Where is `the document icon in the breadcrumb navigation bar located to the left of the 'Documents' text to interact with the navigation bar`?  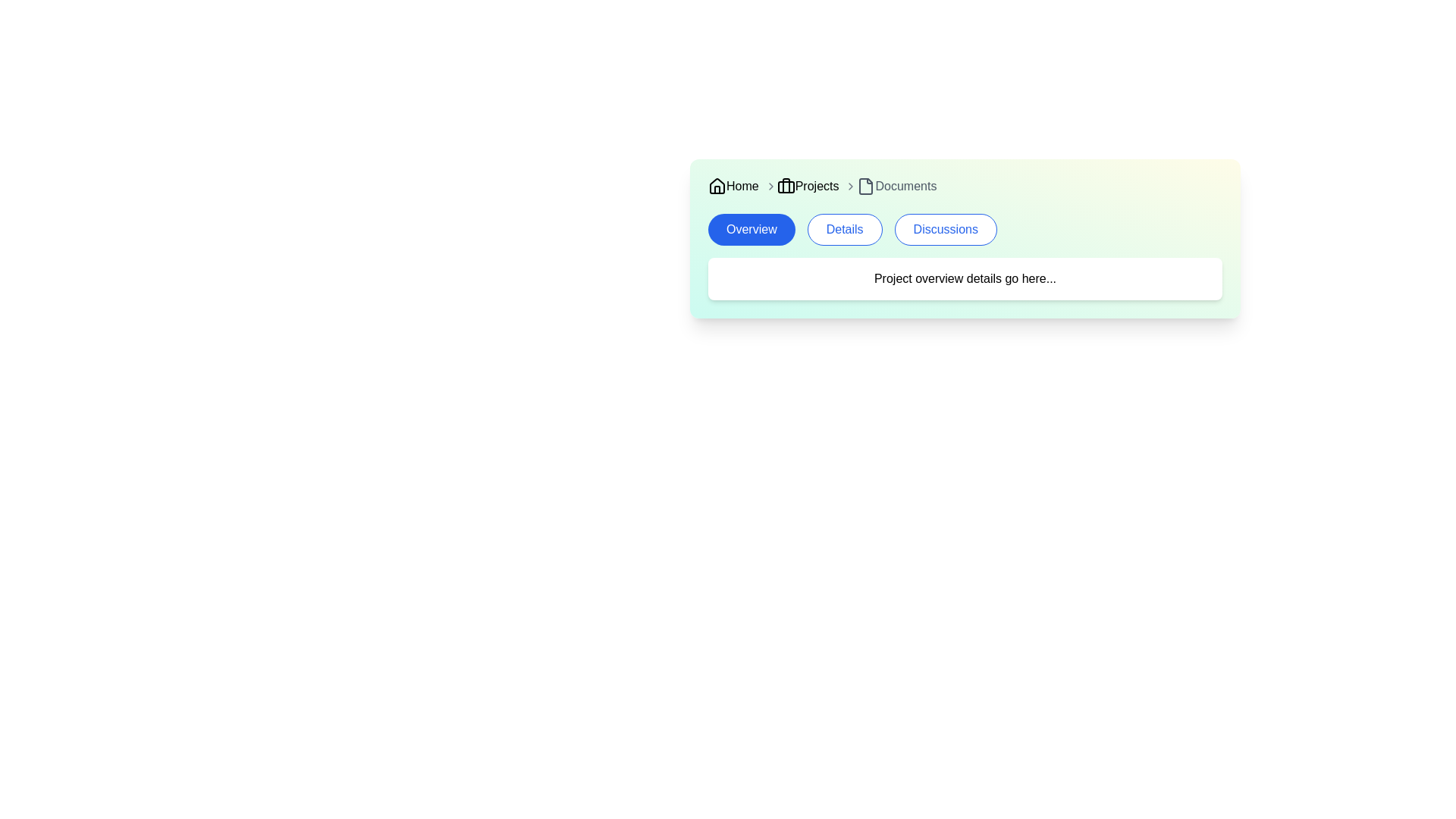
the document icon in the breadcrumb navigation bar located to the left of the 'Documents' text to interact with the navigation bar is located at coordinates (866, 186).